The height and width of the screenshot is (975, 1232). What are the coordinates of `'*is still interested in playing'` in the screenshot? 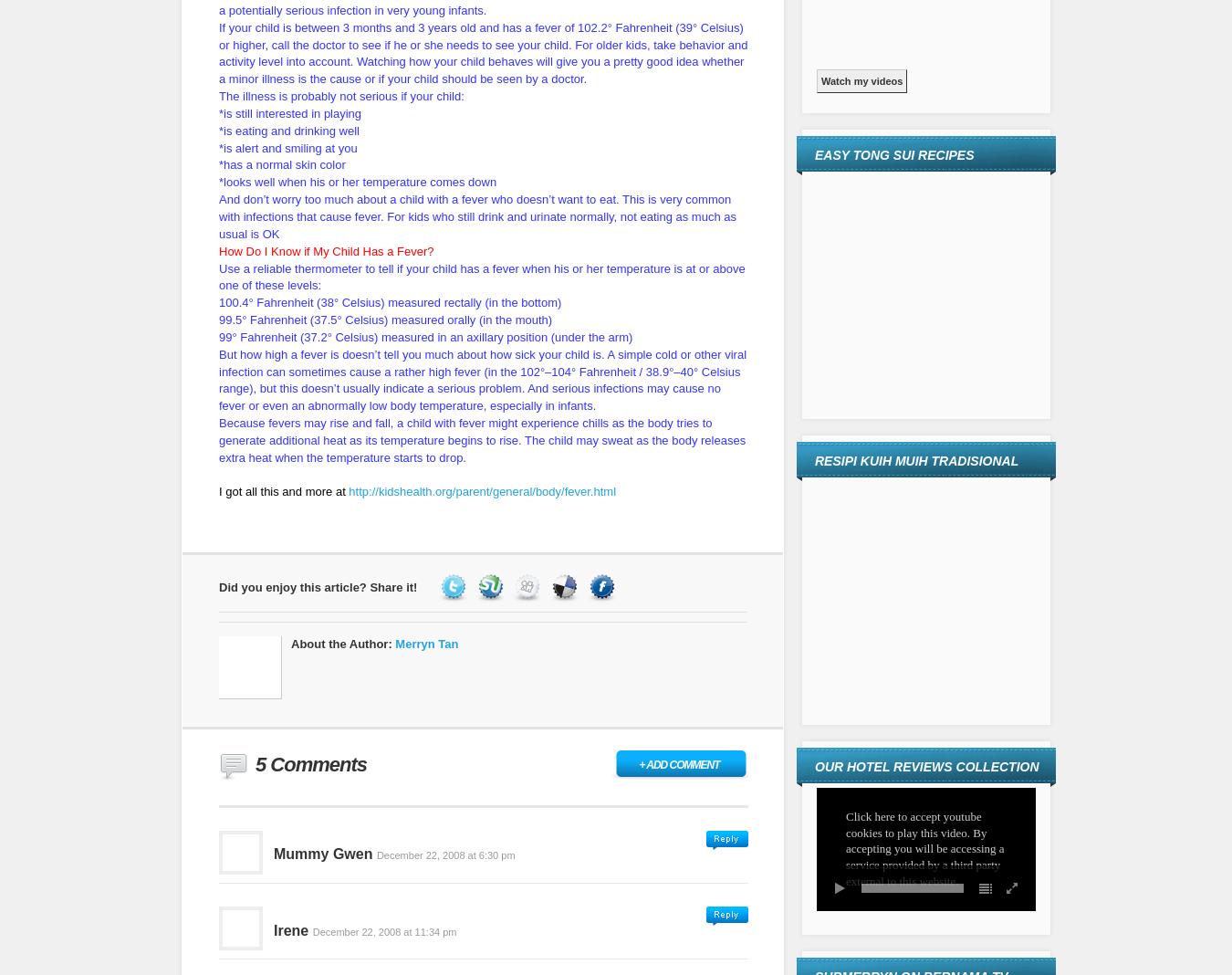 It's located at (289, 111).